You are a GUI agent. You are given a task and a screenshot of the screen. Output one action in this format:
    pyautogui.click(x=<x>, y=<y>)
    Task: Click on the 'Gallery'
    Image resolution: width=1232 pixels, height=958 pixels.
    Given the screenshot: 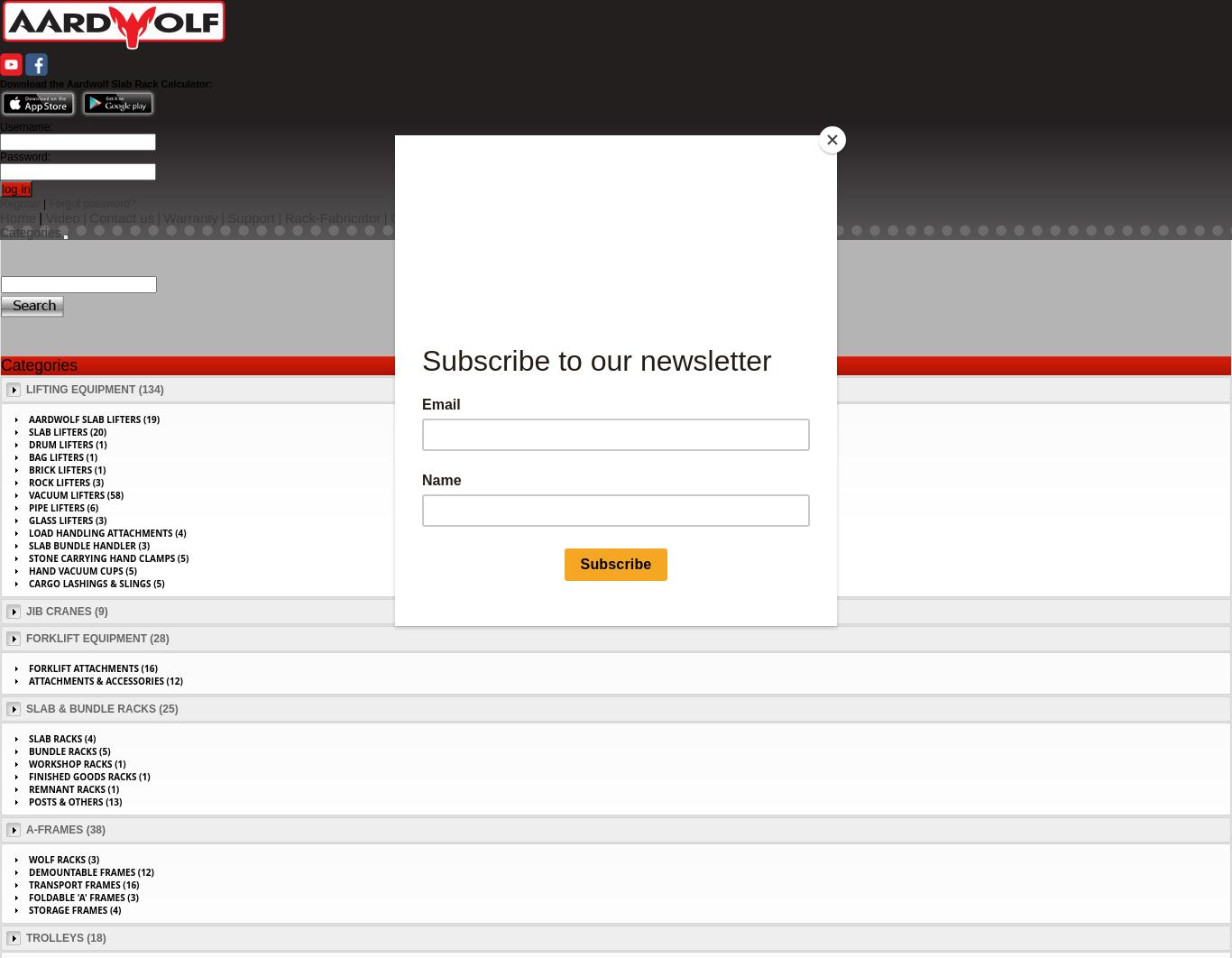 What is the action you would take?
    pyautogui.click(x=409, y=217)
    